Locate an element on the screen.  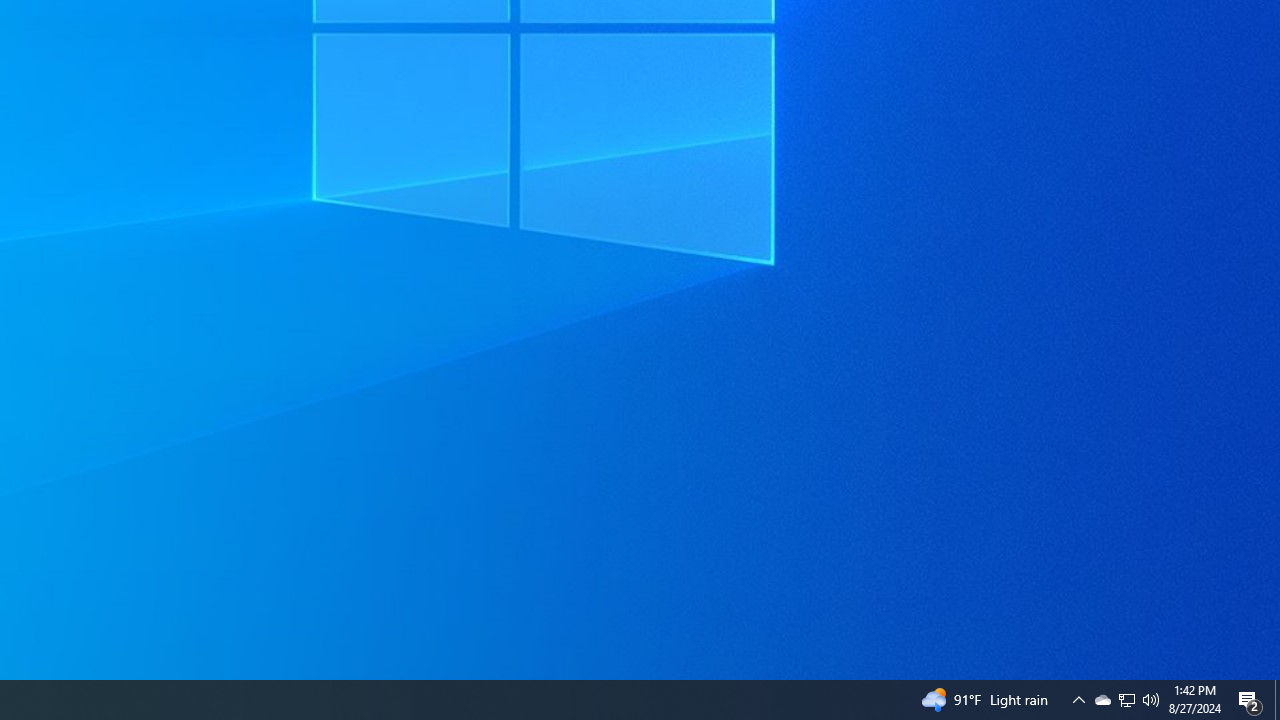
'User Promoted Notification Area' is located at coordinates (1127, 698).